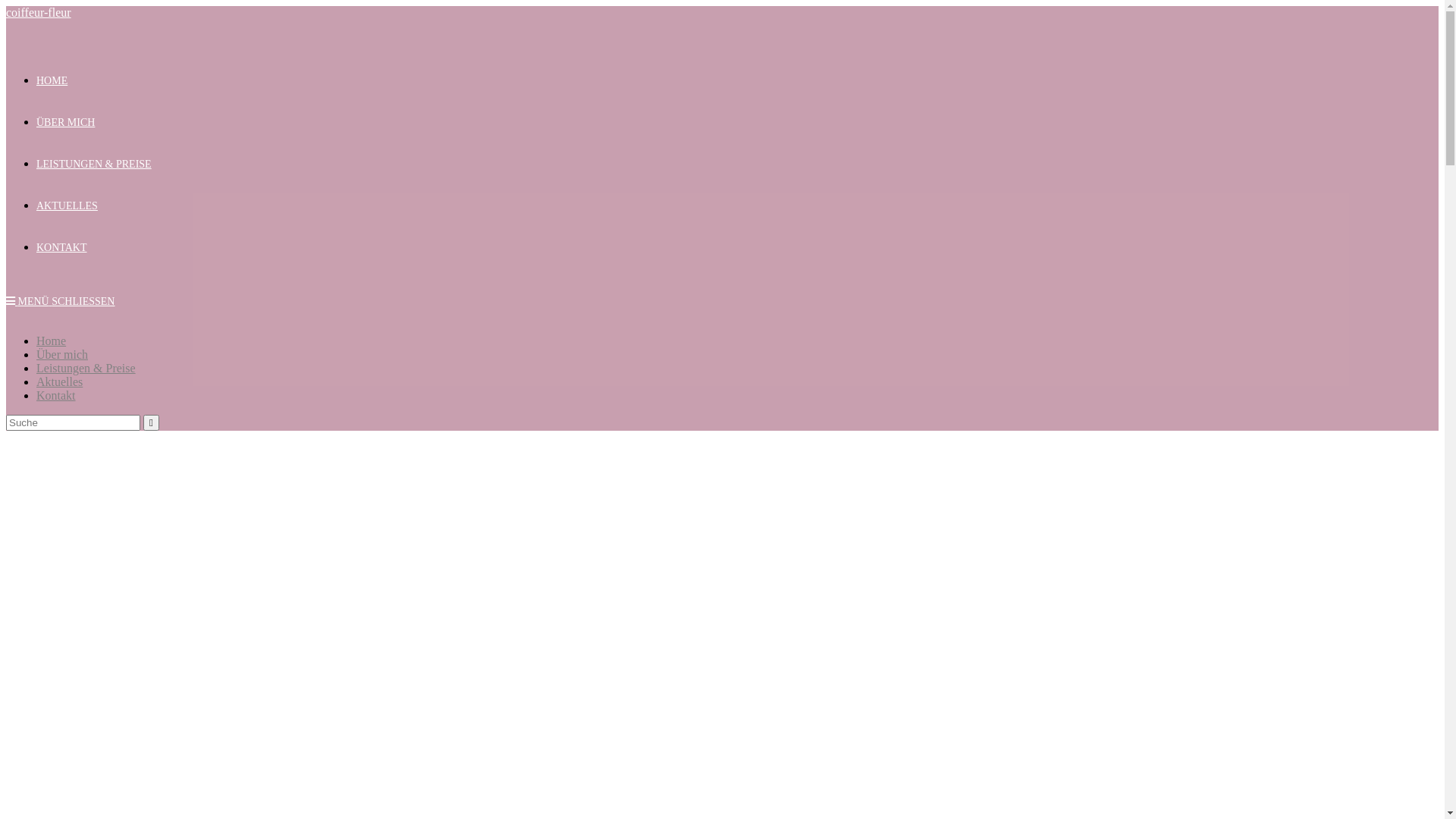 This screenshot has width=1456, height=819. I want to click on 'Kontakt', so click(55, 394).